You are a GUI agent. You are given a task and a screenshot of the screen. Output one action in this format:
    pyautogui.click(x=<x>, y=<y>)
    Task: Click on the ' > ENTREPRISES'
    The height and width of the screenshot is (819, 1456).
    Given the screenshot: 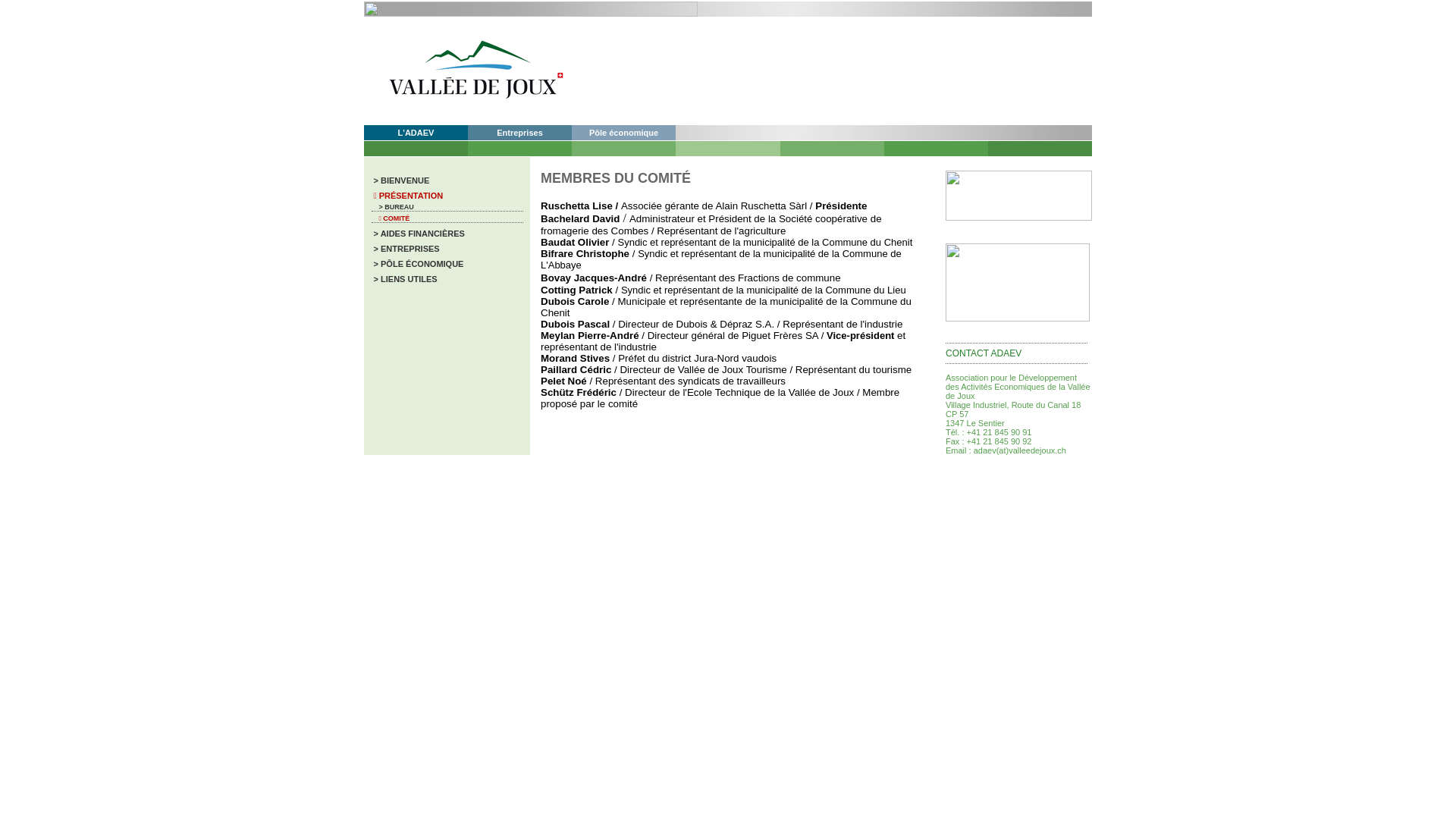 What is the action you would take?
    pyautogui.click(x=405, y=247)
    